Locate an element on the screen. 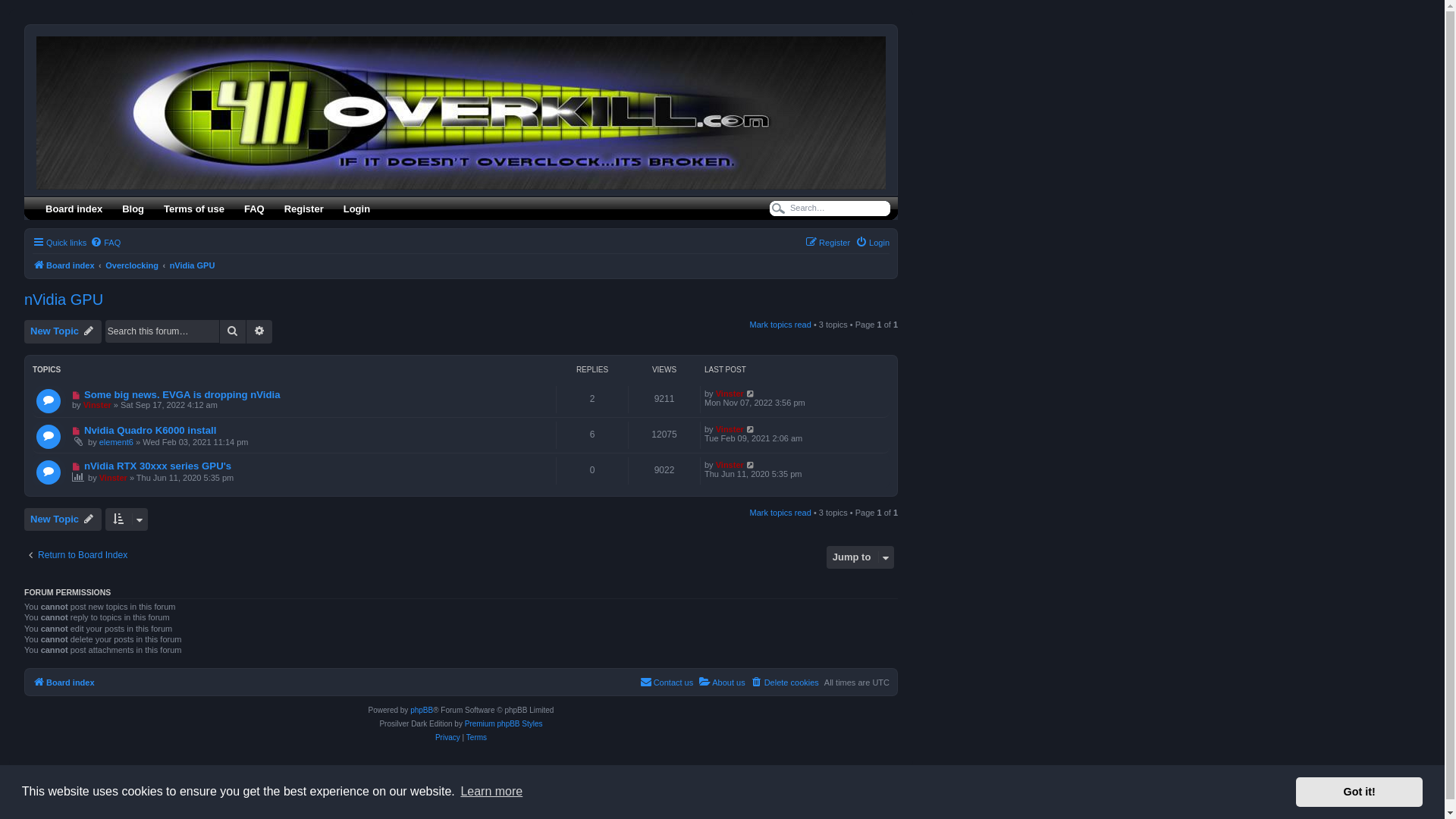 This screenshot has width=1456, height=819. 'Terms of use' is located at coordinates (193, 208).